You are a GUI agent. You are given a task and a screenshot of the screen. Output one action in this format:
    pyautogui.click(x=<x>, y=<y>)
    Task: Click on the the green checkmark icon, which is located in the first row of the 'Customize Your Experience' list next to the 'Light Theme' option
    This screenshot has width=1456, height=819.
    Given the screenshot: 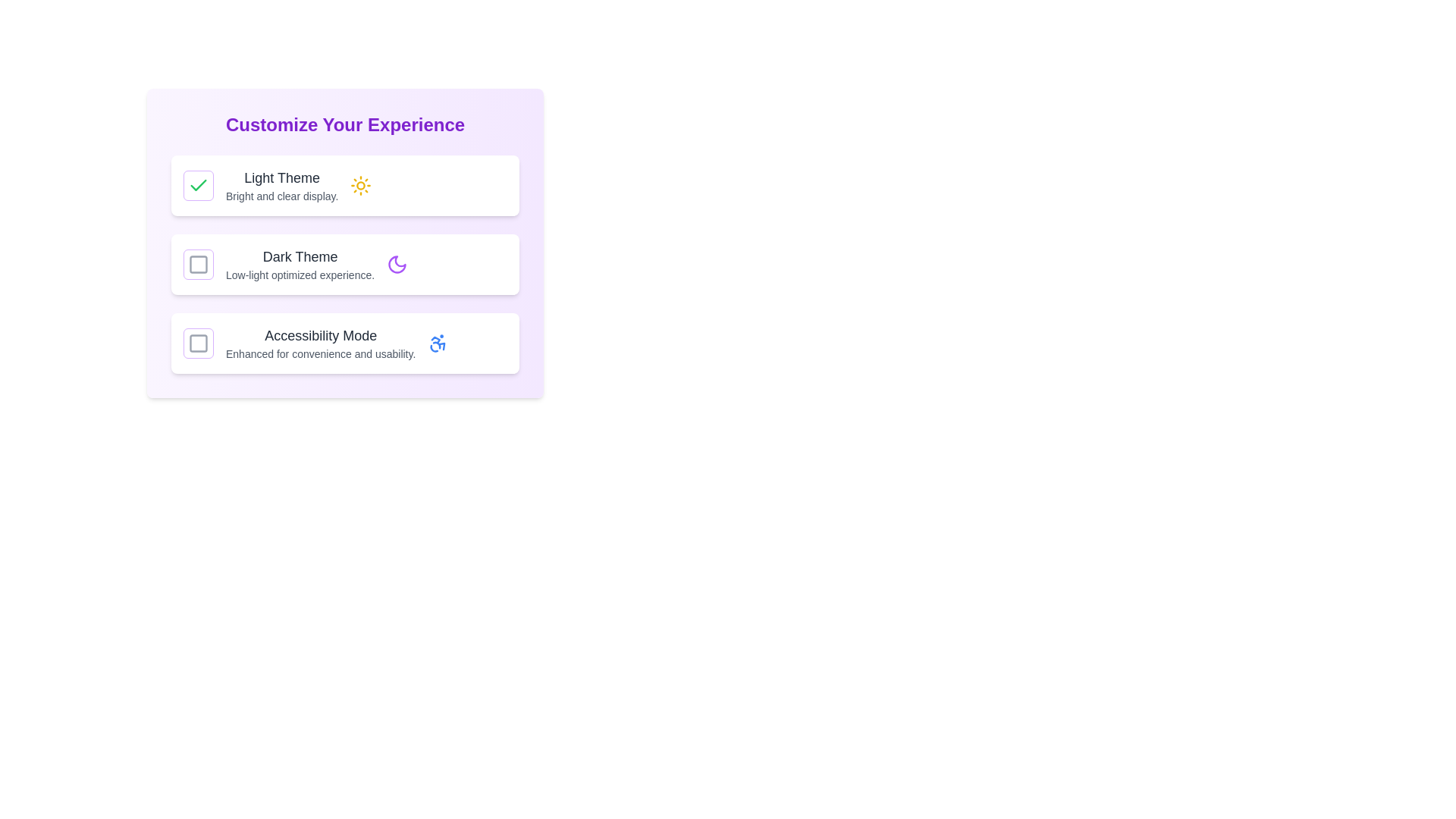 What is the action you would take?
    pyautogui.click(x=198, y=185)
    